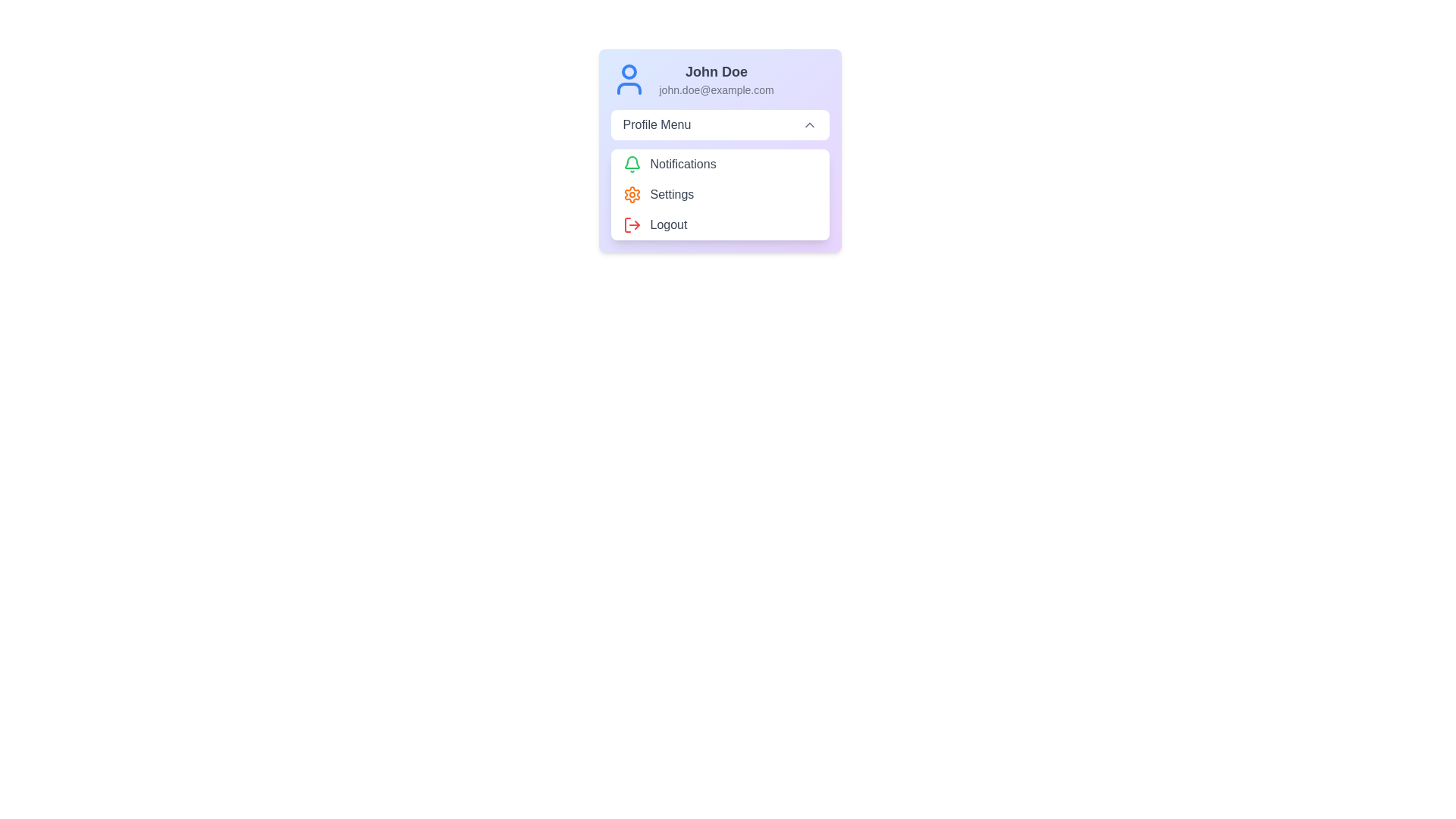 Image resolution: width=1456 pixels, height=819 pixels. What do you see at coordinates (632, 194) in the screenshot?
I see `the orange gear icon representing settings, which is located to the left of the 'Settings' text` at bounding box center [632, 194].